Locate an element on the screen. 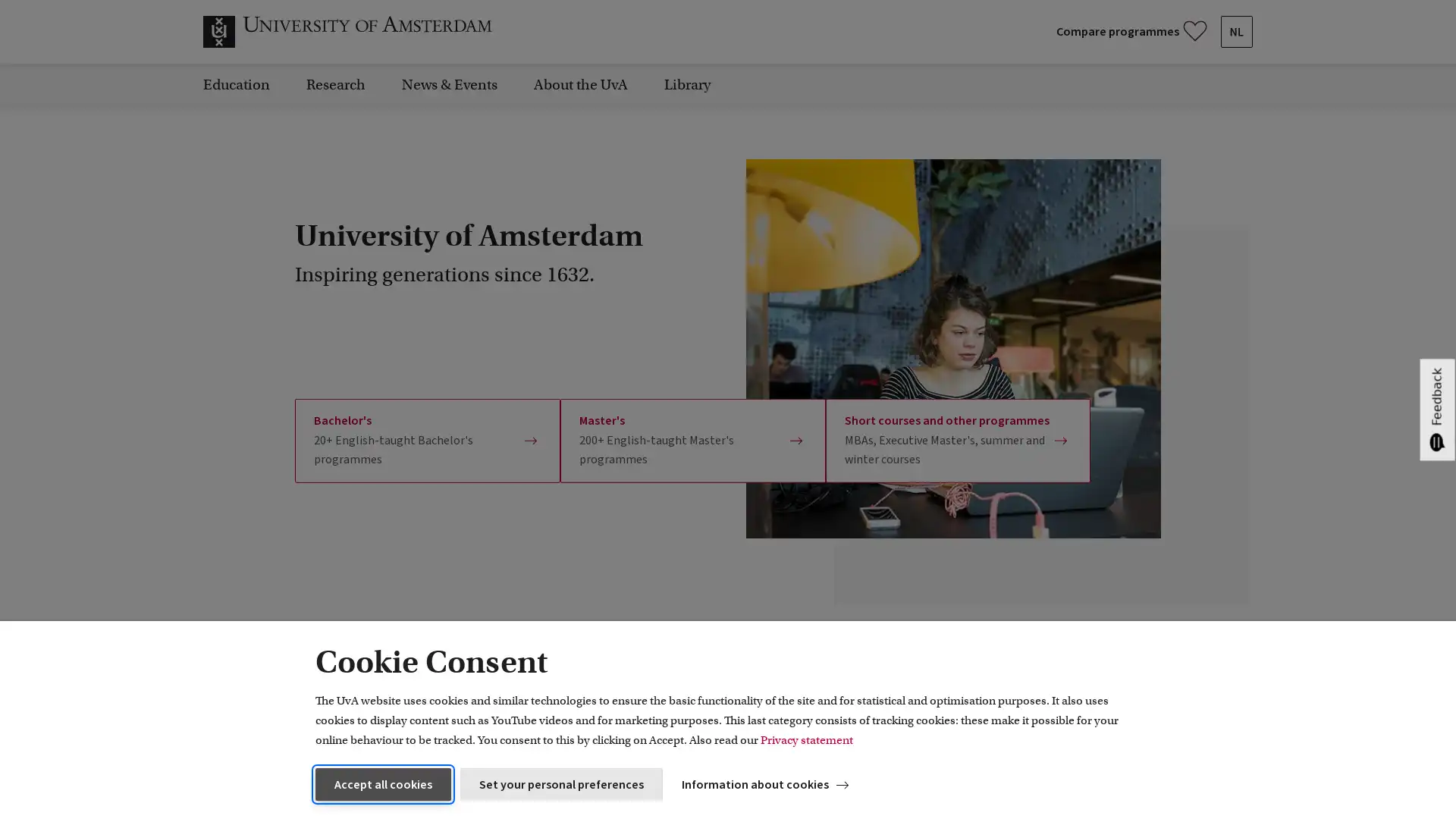 The width and height of the screenshot is (1456, 819). Compare your favourite programmes is located at coordinates (1128, 32).